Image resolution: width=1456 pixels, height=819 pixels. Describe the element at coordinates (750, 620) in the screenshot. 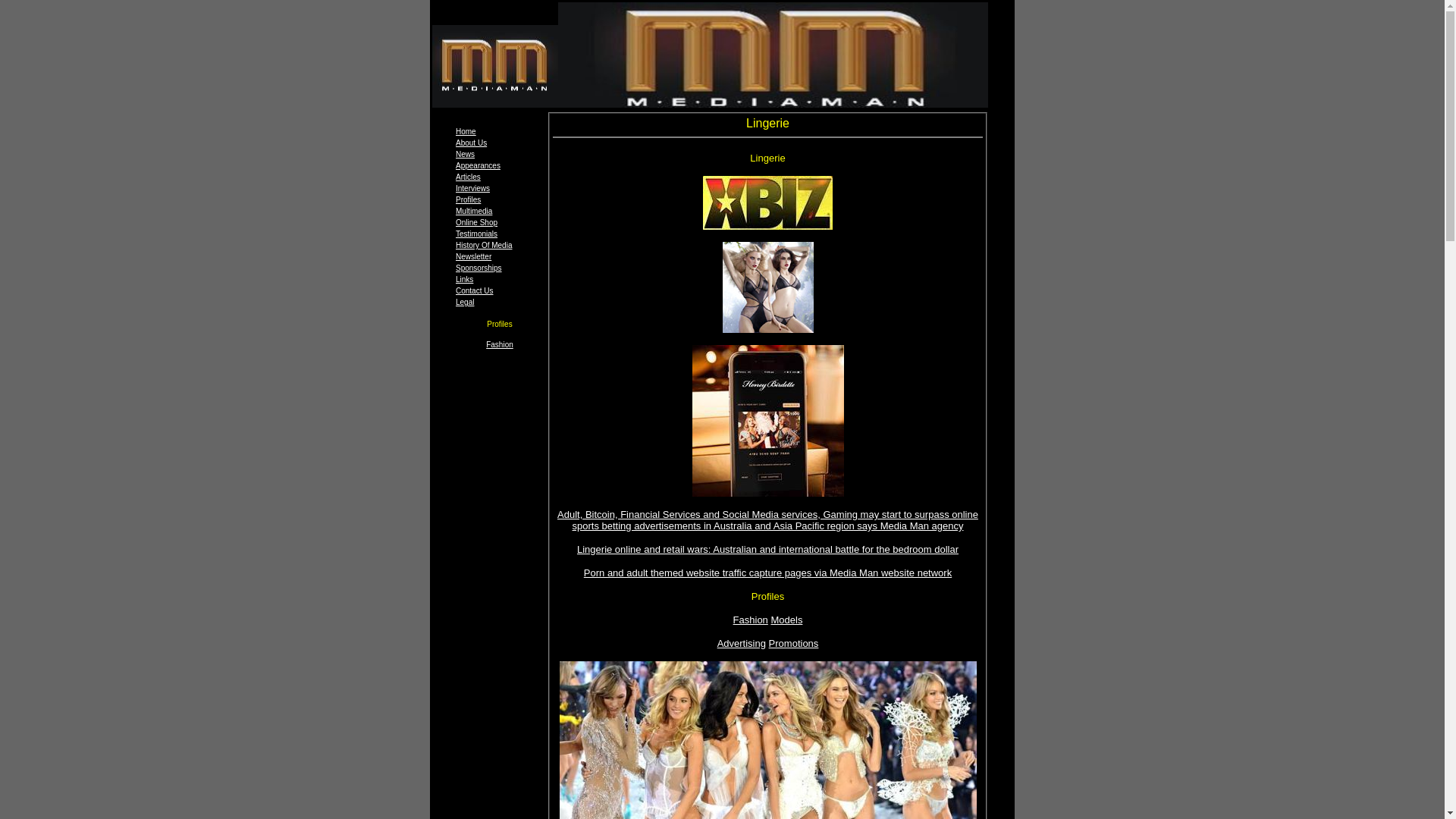

I see `'Fashion'` at that location.